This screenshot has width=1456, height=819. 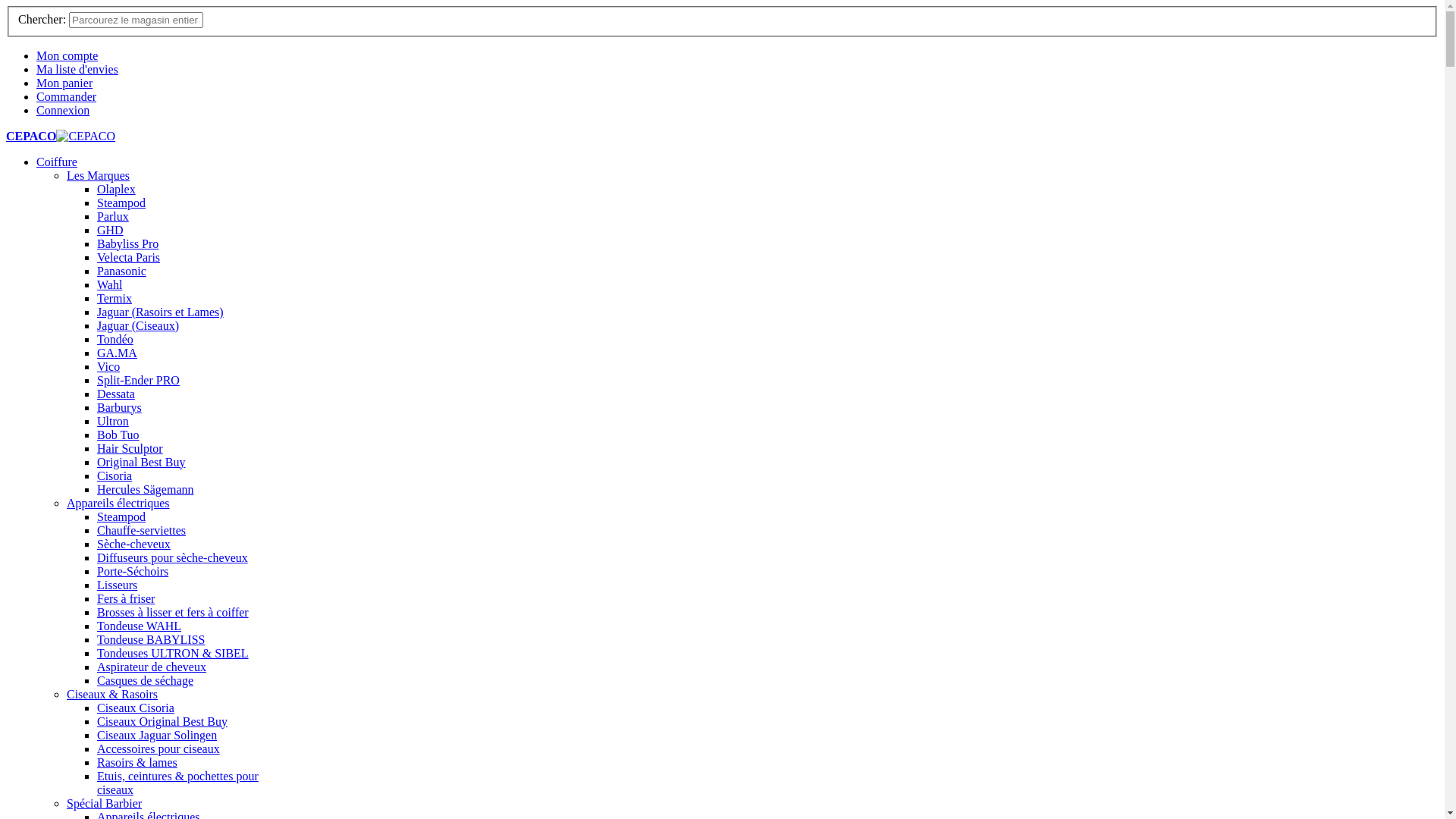 What do you see at coordinates (108, 284) in the screenshot?
I see `'Wahl'` at bounding box center [108, 284].